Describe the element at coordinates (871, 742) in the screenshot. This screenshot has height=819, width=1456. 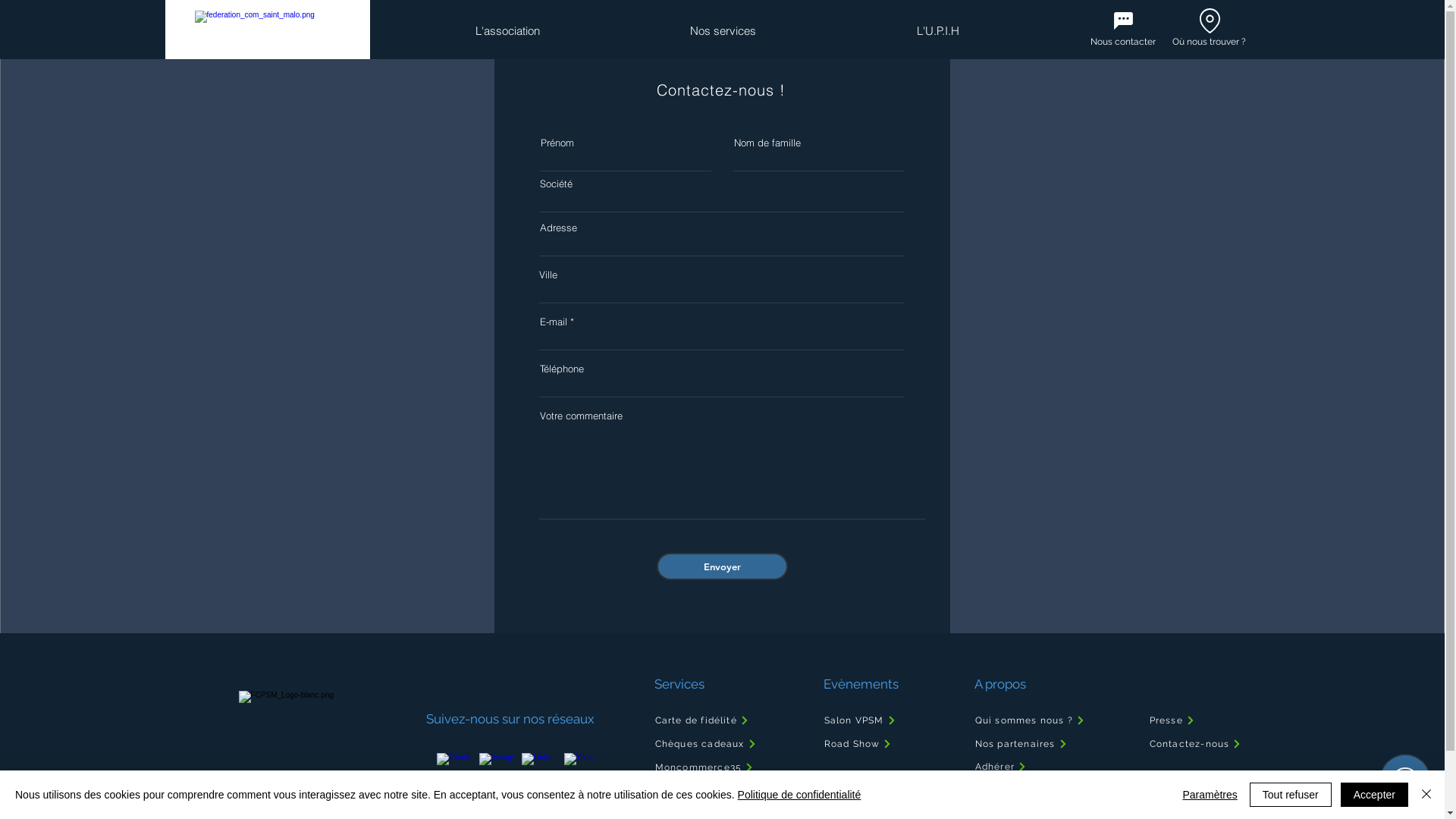
I see `'Road Show'` at that location.